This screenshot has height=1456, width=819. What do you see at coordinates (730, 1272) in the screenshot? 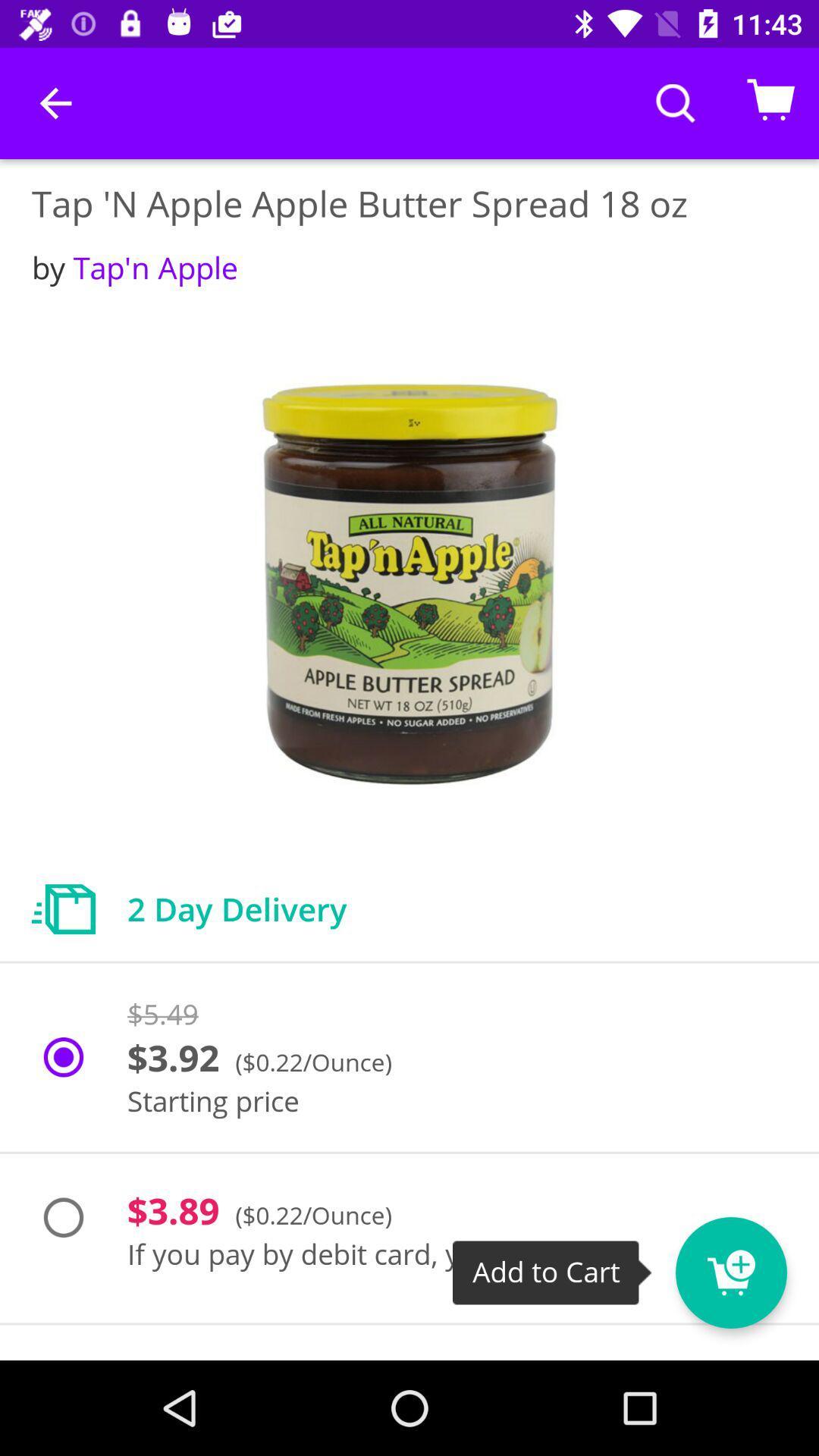
I see `item to the right of the add to cart item` at bounding box center [730, 1272].